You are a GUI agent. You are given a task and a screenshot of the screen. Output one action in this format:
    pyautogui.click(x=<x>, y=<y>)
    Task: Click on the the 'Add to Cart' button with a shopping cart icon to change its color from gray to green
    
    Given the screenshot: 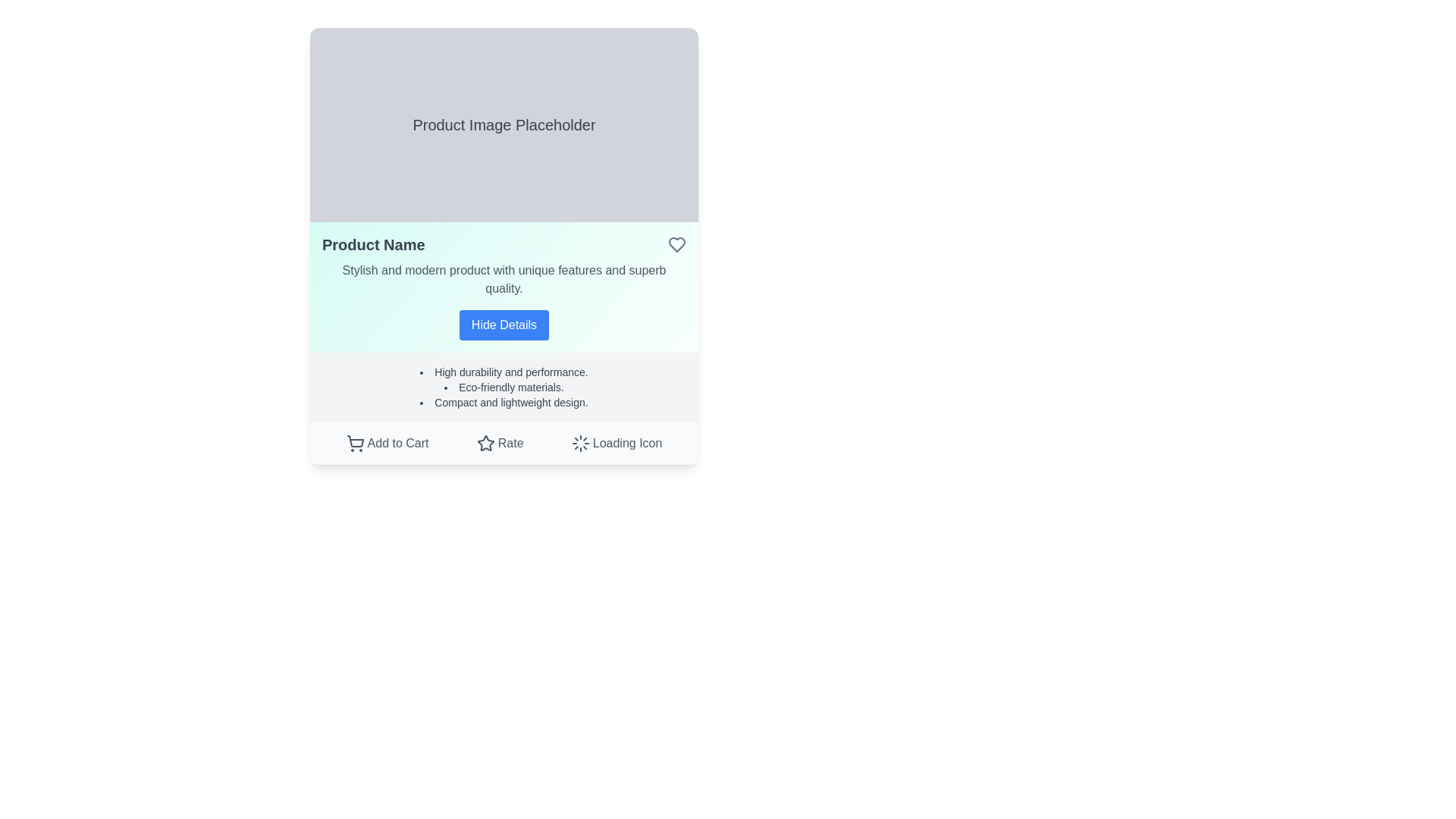 What is the action you would take?
    pyautogui.click(x=388, y=444)
    